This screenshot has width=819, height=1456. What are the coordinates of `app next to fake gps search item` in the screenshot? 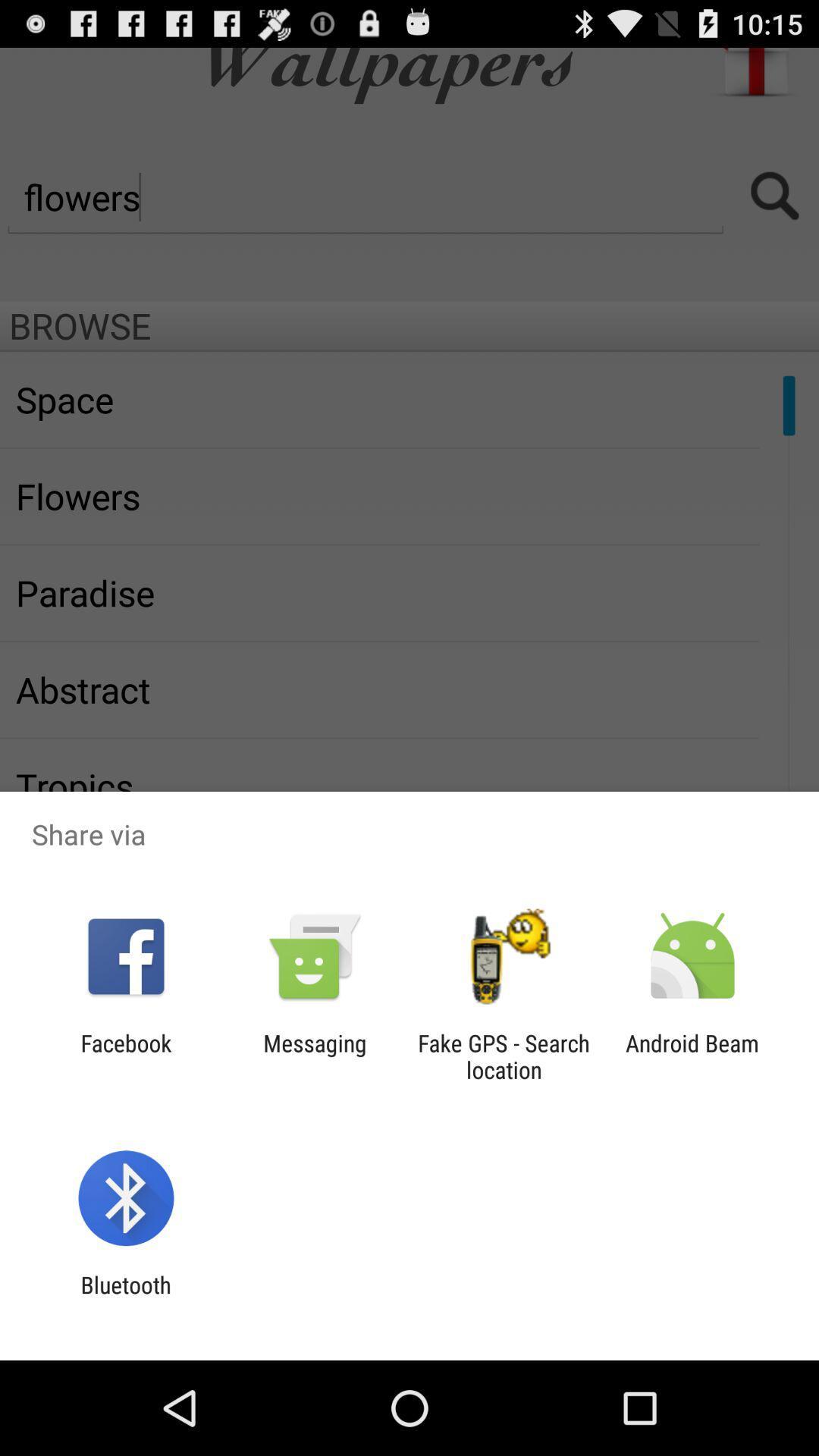 It's located at (692, 1056).